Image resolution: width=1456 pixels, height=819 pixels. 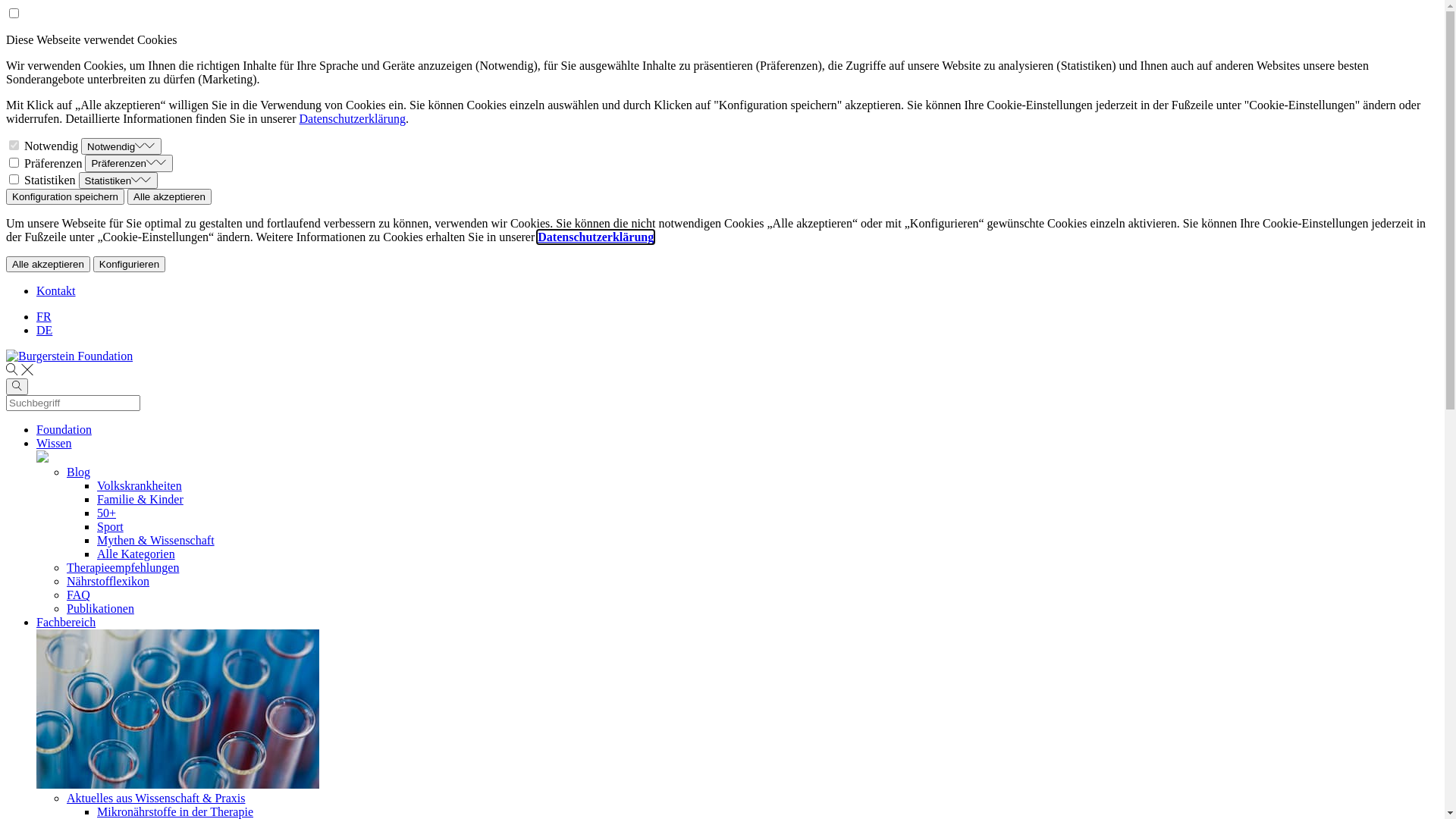 What do you see at coordinates (139, 485) in the screenshot?
I see `'Volkskrankheiten'` at bounding box center [139, 485].